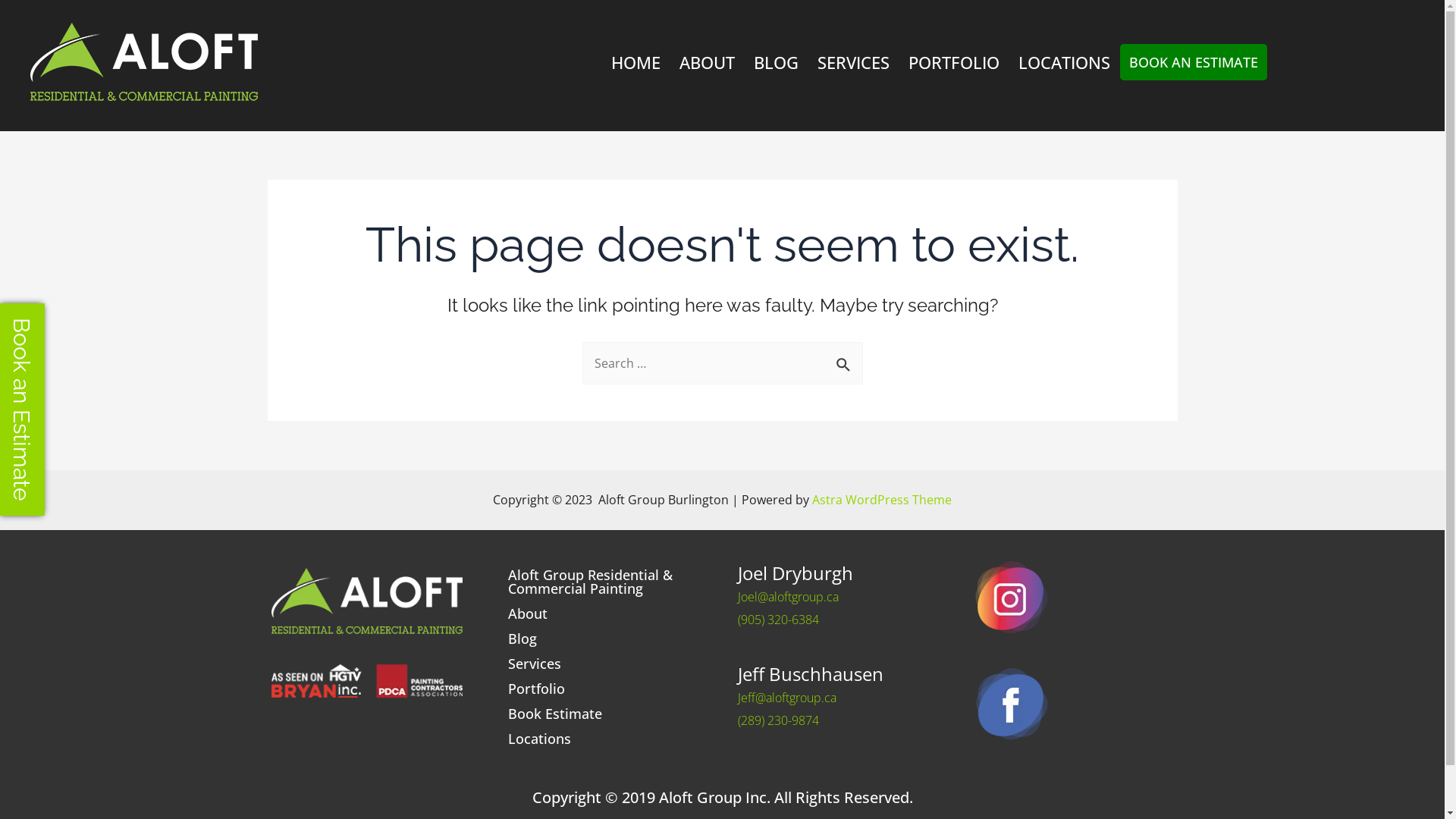  Describe the element at coordinates (952, 61) in the screenshot. I see `'PORTFOLIO'` at that location.